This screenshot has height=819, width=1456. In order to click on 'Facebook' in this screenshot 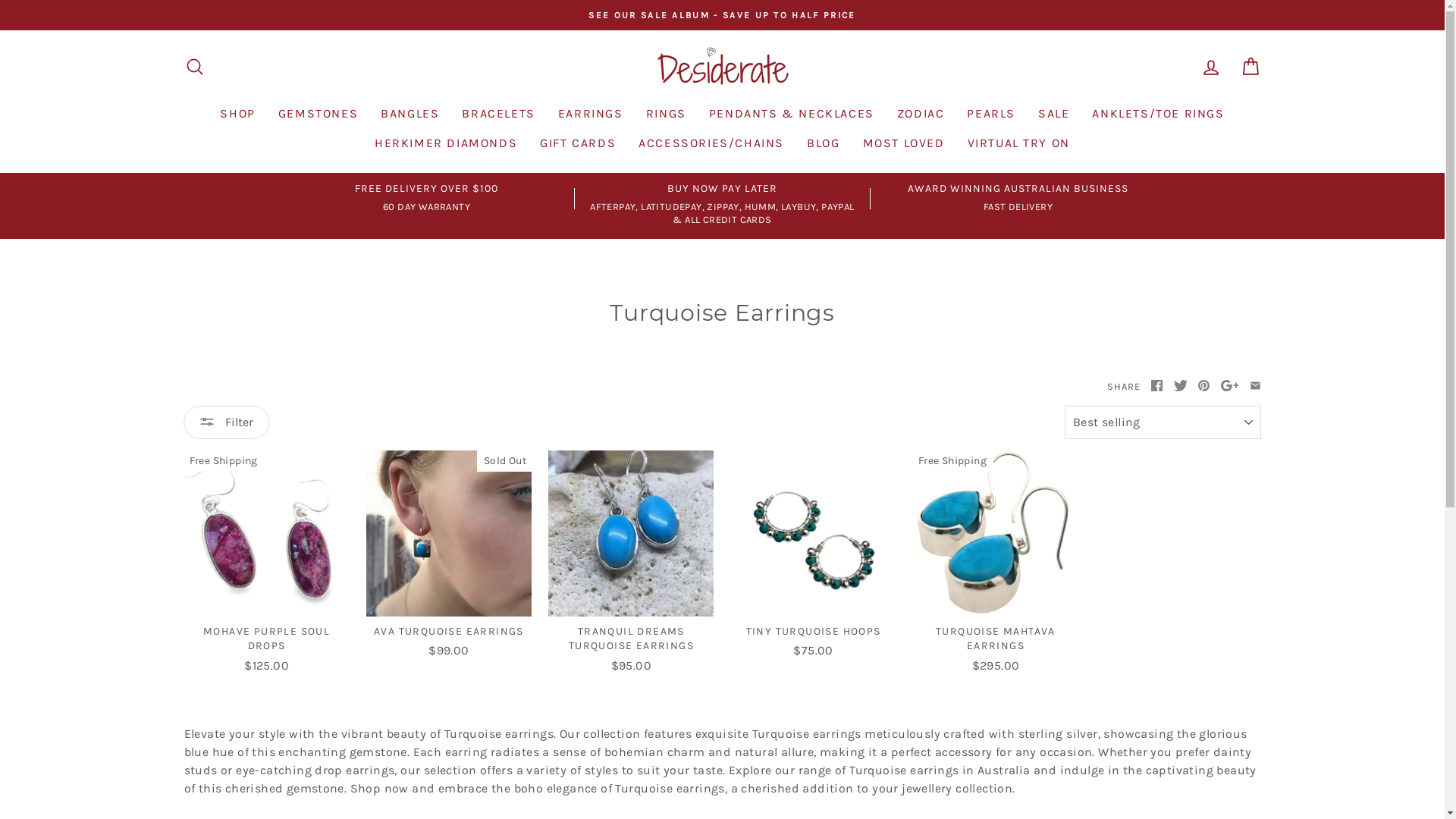, I will do `click(1156, 385)`.